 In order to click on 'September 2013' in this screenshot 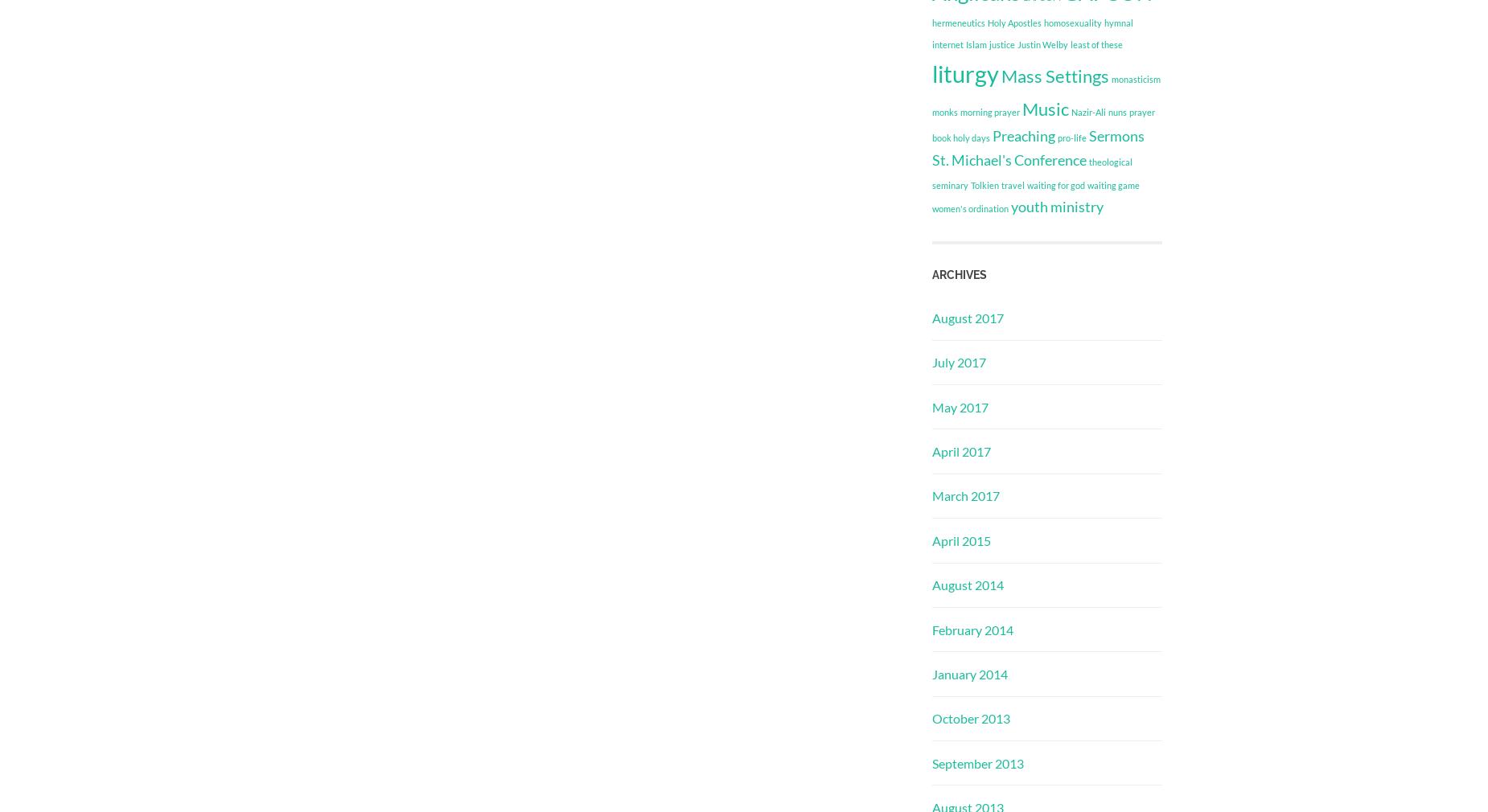, I will do `click(977, 762)`.